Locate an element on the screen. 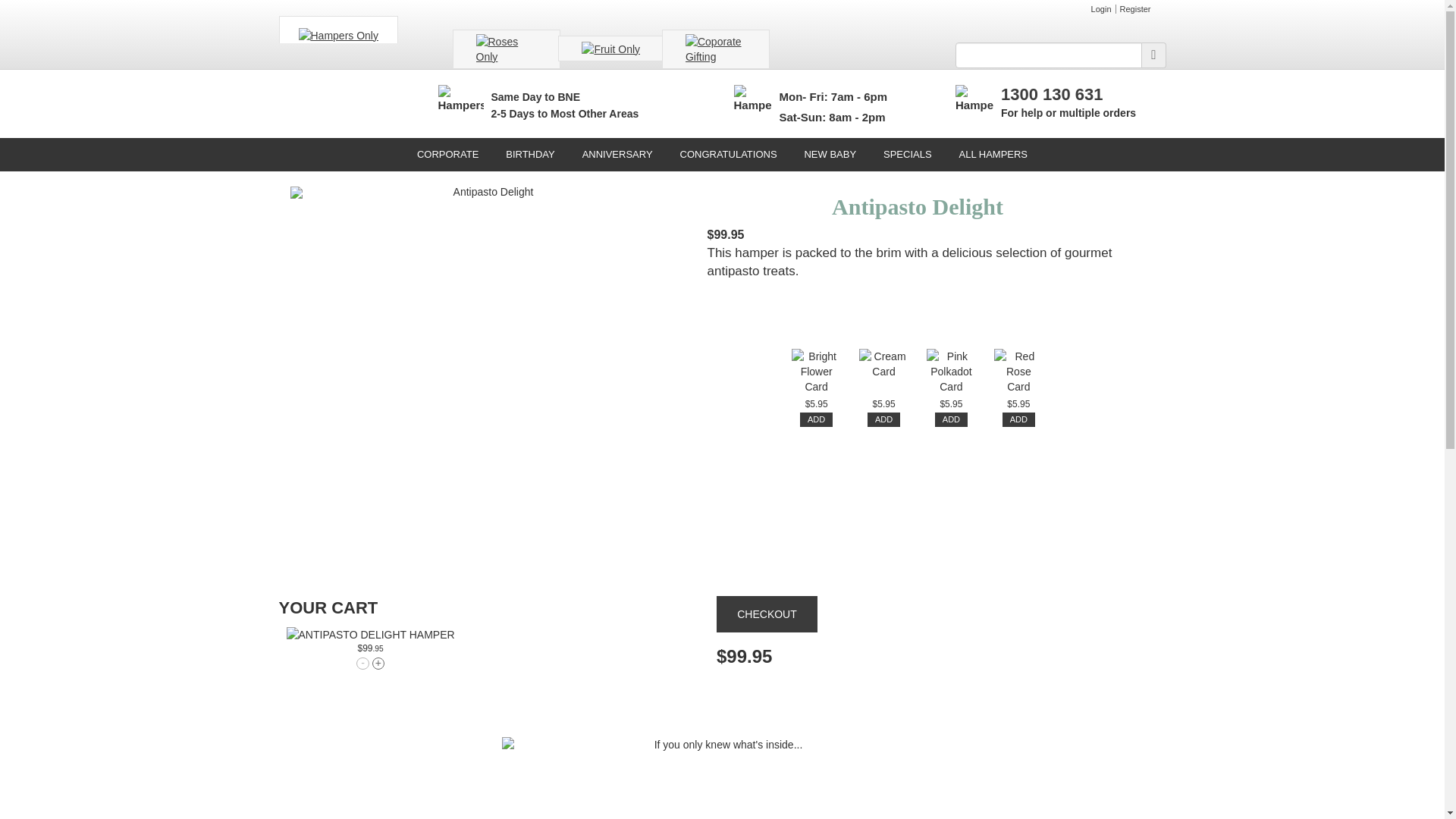  'ALL HAMPERS' is located at coordinates (993, 155).